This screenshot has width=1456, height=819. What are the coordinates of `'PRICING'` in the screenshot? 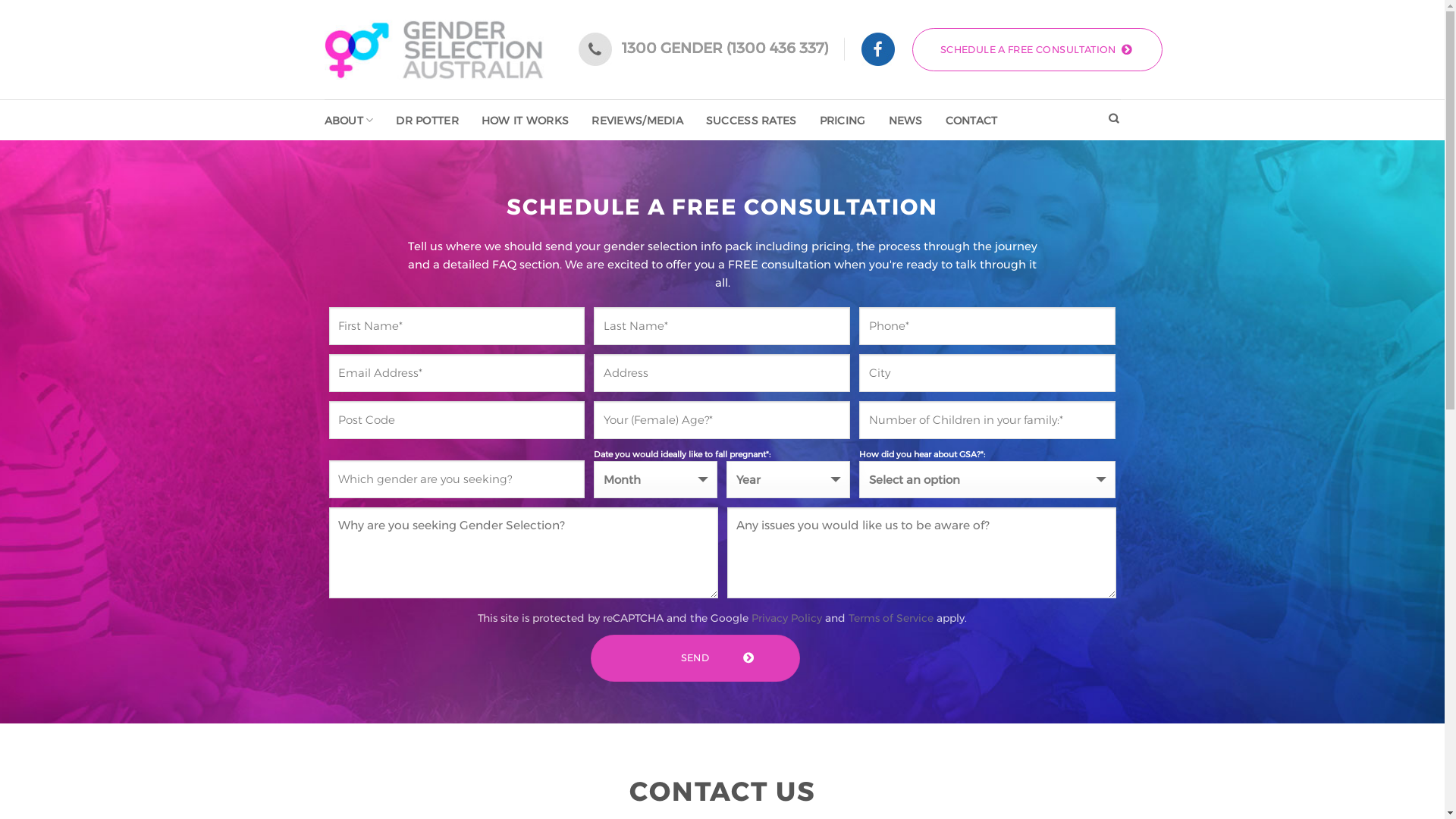 It's located at (842, 119).